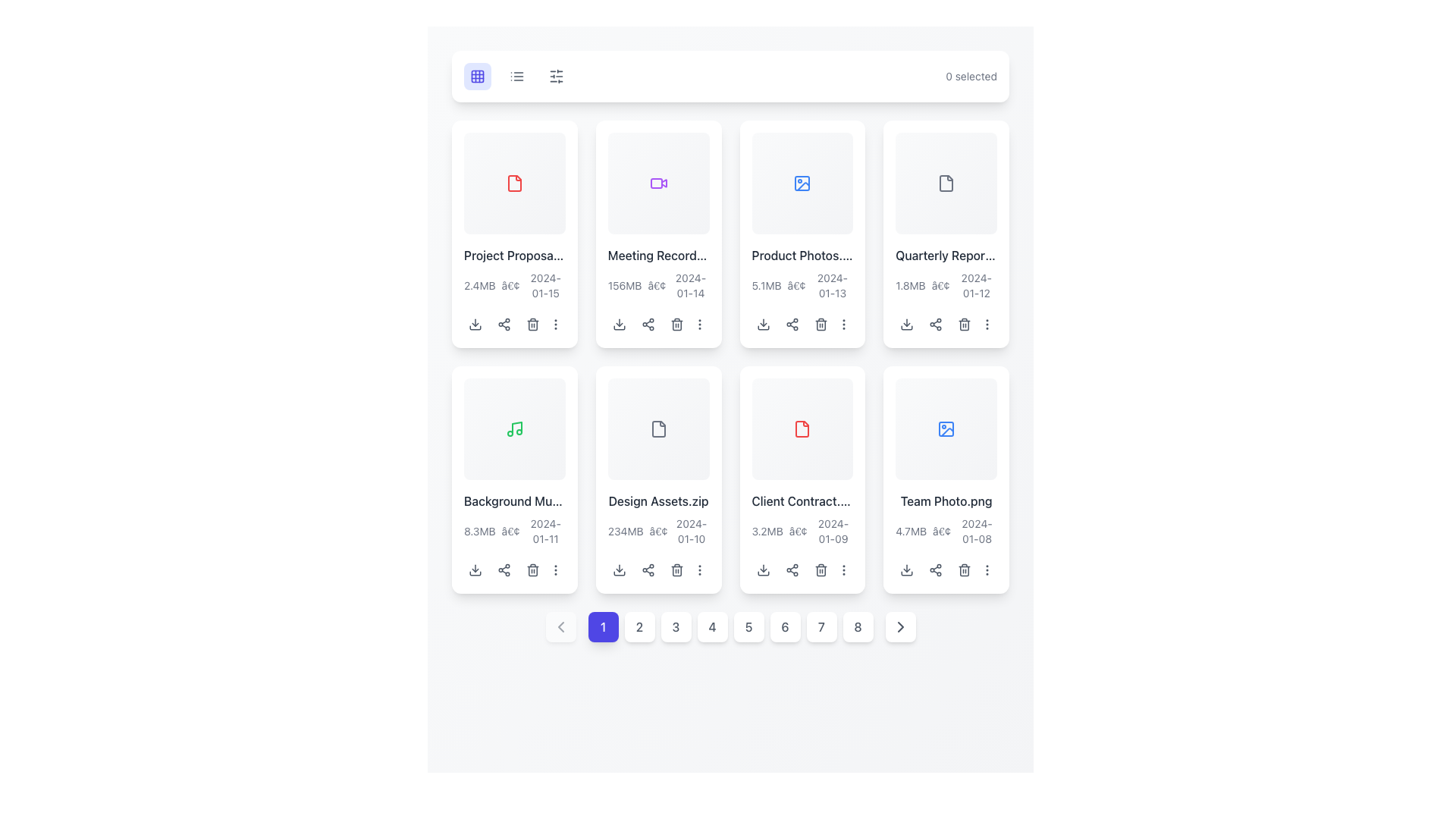 This screenshot has height=819, width=1456. What do you see at coordinates (514, 428) in the screenshot?
I see `the green musical notes icon located in the second row, first column of the grid layout, which is part of the 'Background Music.mp3' file card` at bounding box center [514, 428].